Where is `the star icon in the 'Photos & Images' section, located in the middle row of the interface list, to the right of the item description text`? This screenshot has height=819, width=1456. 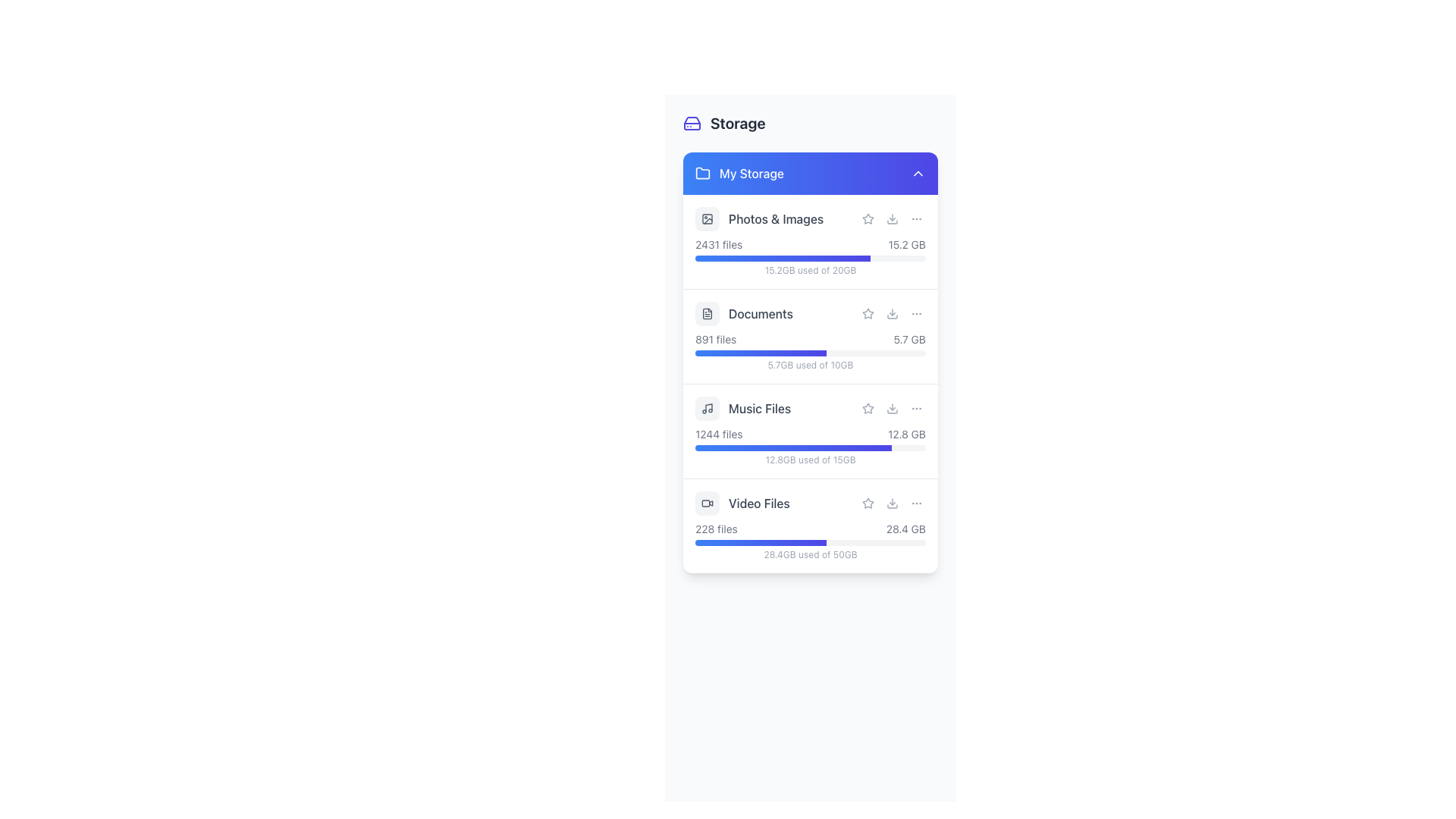
the star icon in the 'Photos & Images' section, located in the middle row of the interface list, to the right of the item description text is located at coordinates (868, 218).